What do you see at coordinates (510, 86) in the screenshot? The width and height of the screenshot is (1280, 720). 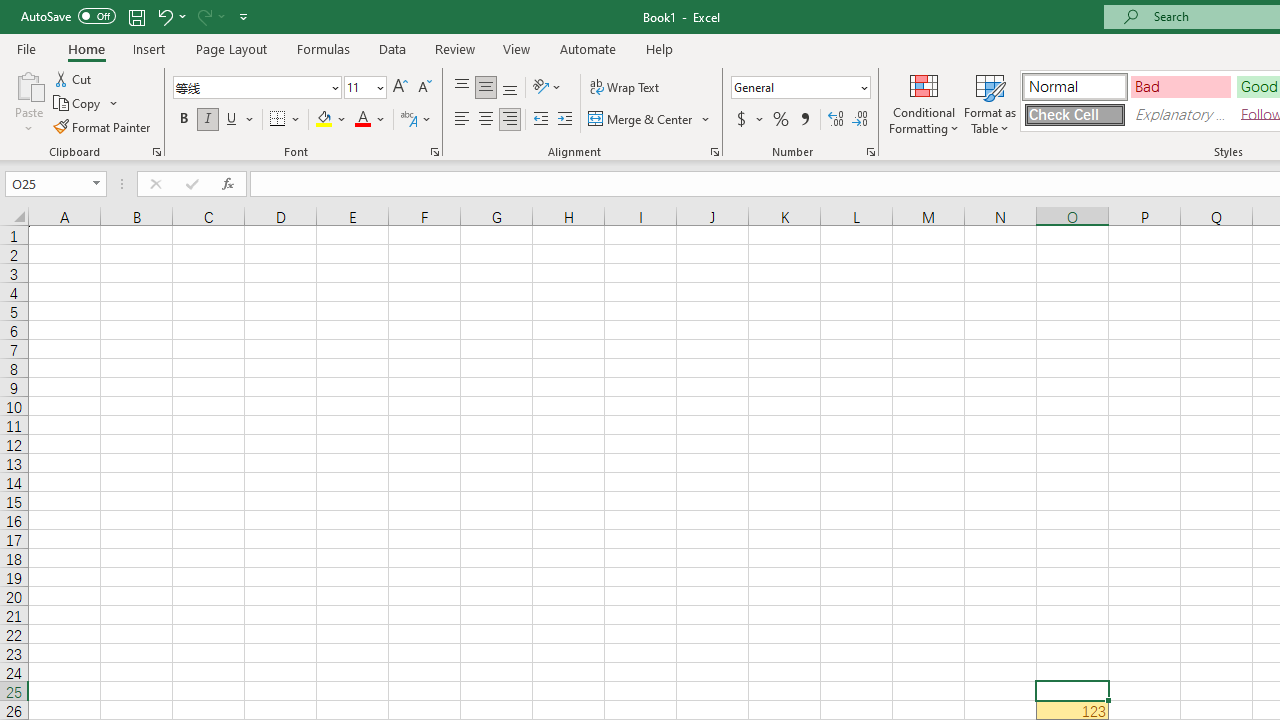 I see `'Bottom Align'` at bounding box center [510, 86].